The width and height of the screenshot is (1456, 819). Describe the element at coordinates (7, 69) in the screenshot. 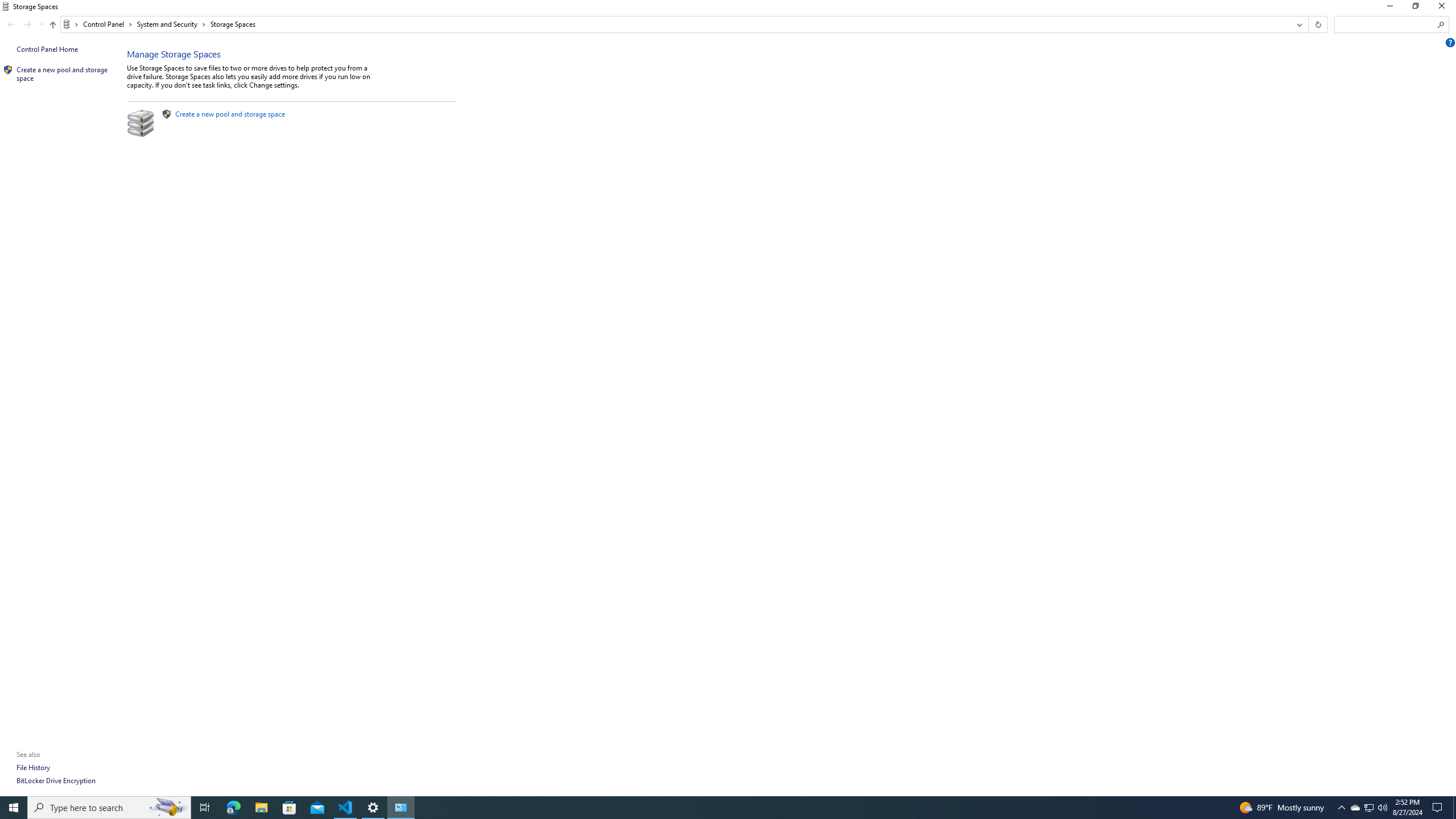

I see `'Icon'` at that location.